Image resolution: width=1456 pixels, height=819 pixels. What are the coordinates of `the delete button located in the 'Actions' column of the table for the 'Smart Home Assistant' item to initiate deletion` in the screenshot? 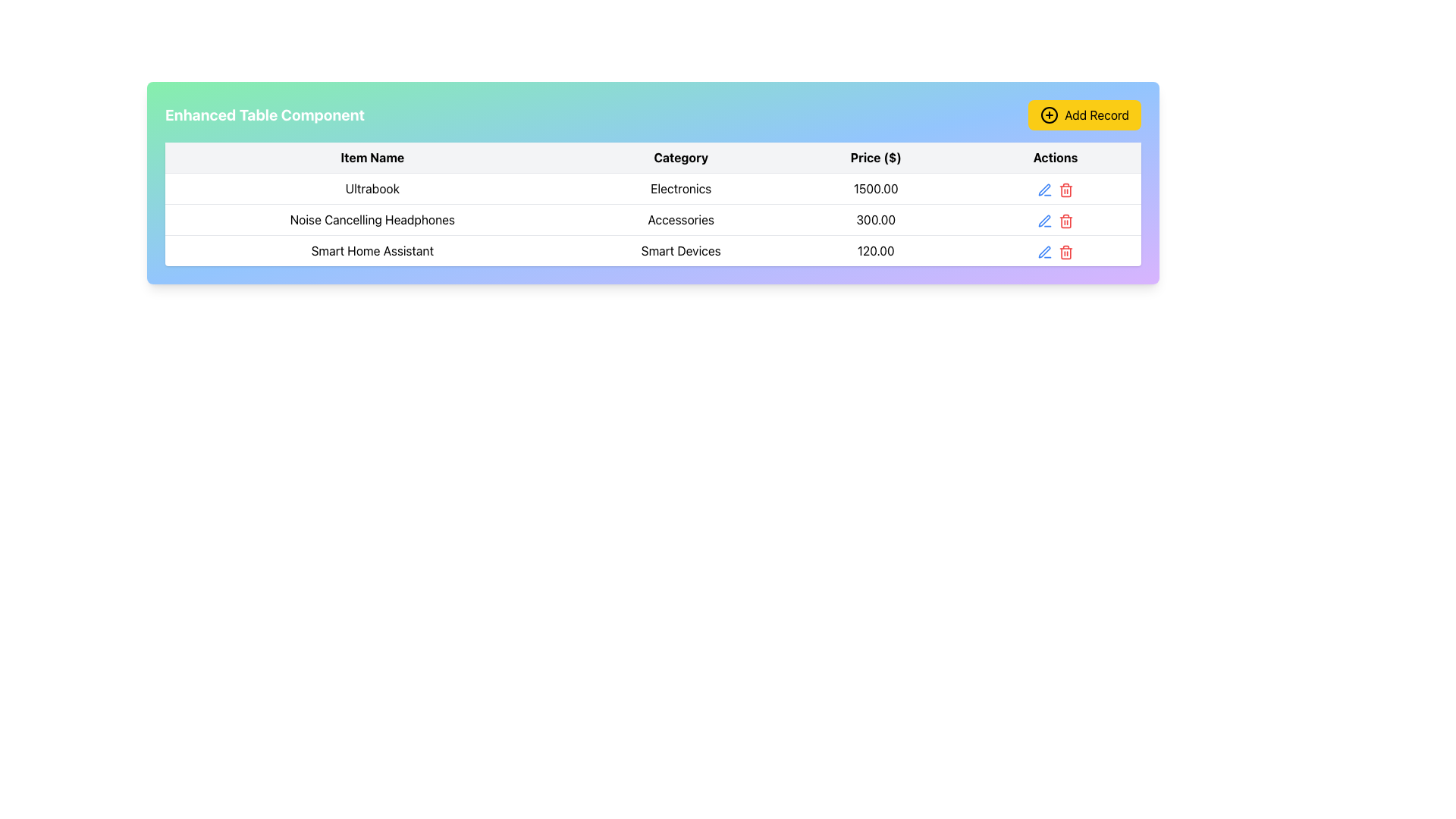 It's located at (1065, 250).